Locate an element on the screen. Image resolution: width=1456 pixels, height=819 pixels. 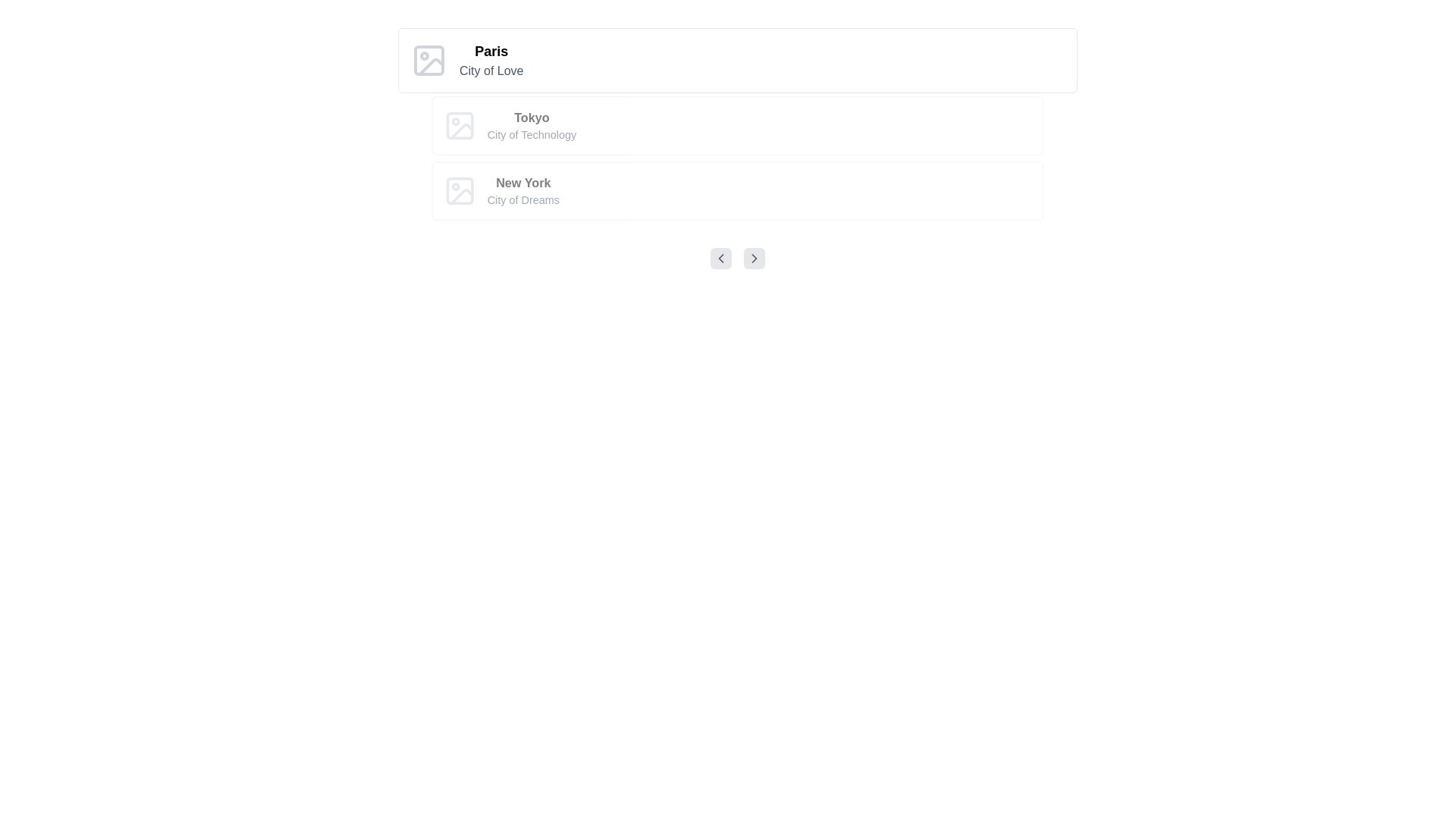
the rightmost navigation arrow icon is located at coordinates (754, 257).